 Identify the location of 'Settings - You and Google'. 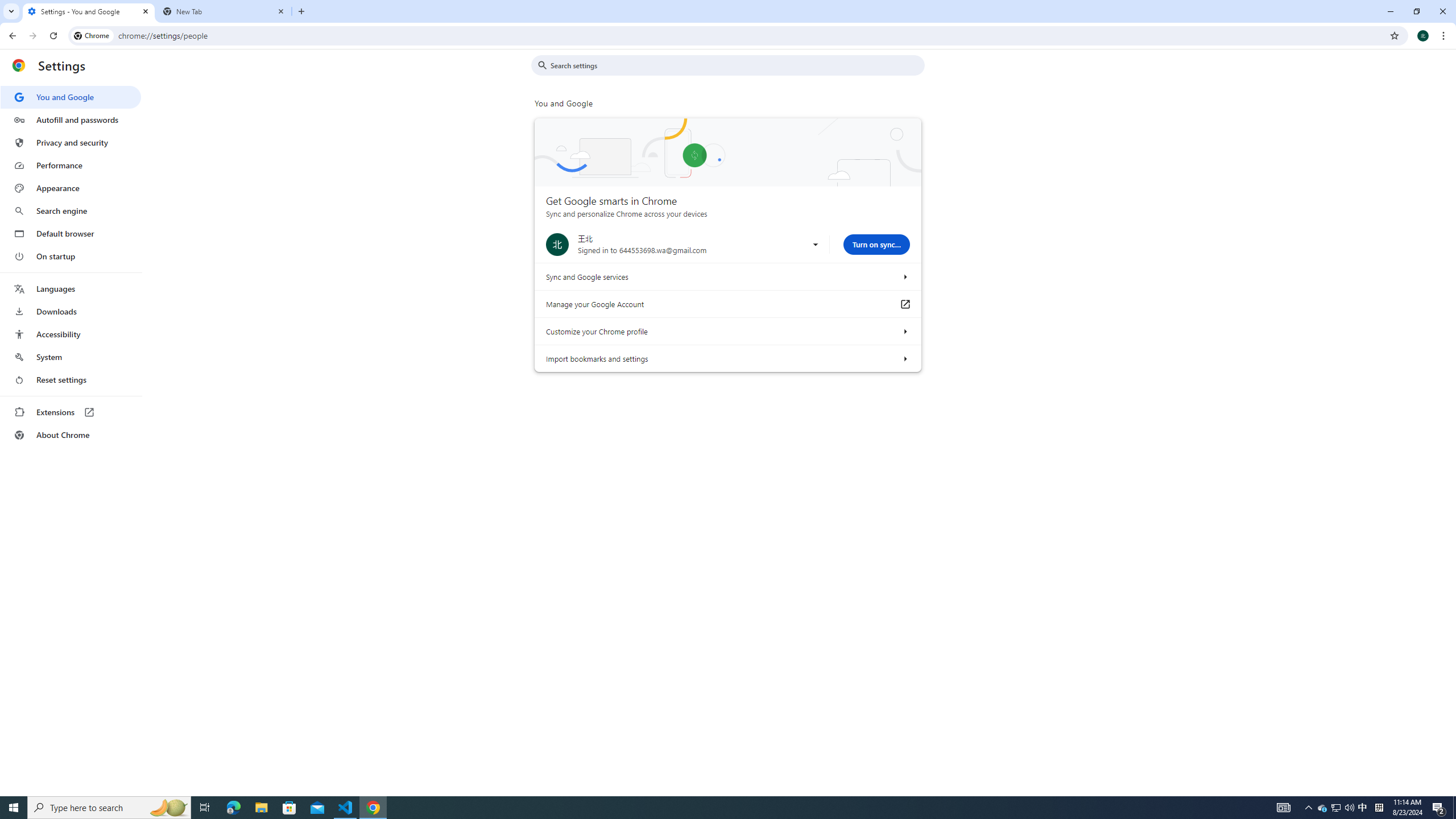
(88, 11).